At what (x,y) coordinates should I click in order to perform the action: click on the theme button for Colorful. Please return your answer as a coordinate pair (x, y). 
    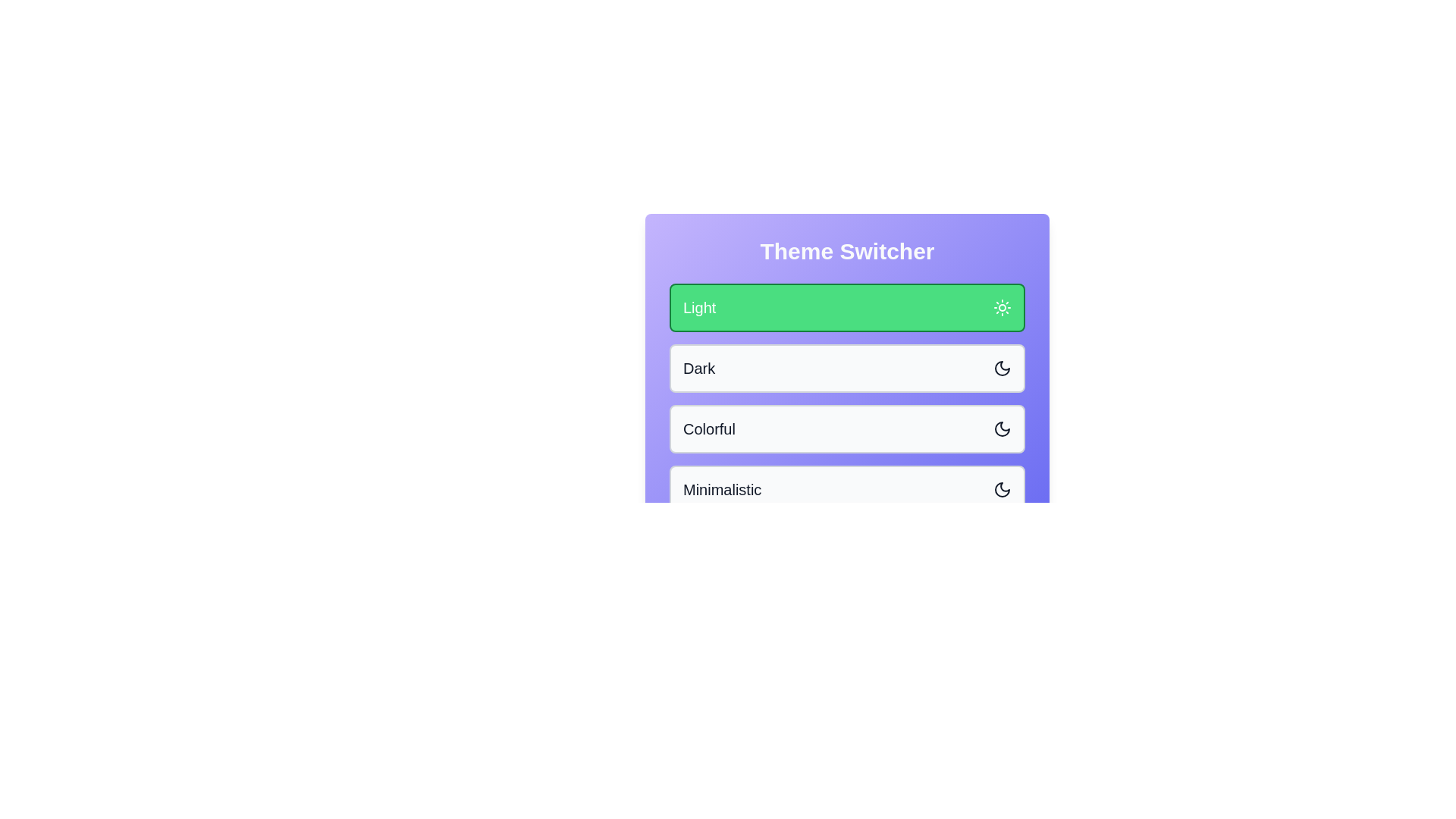
    Looking at the image, I should click on (846, 429).